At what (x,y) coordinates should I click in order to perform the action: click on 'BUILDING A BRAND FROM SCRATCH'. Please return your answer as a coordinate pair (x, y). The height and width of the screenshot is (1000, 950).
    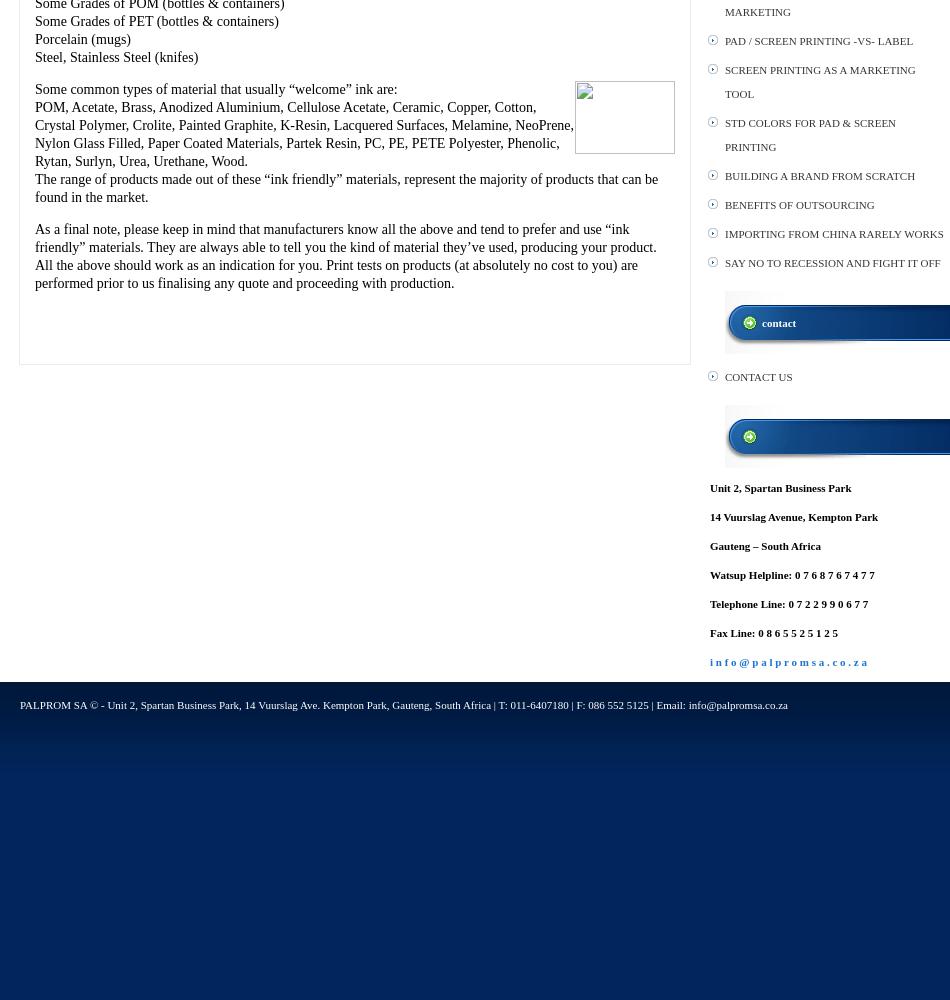
    Looking at the image, I should click on (819, 176).